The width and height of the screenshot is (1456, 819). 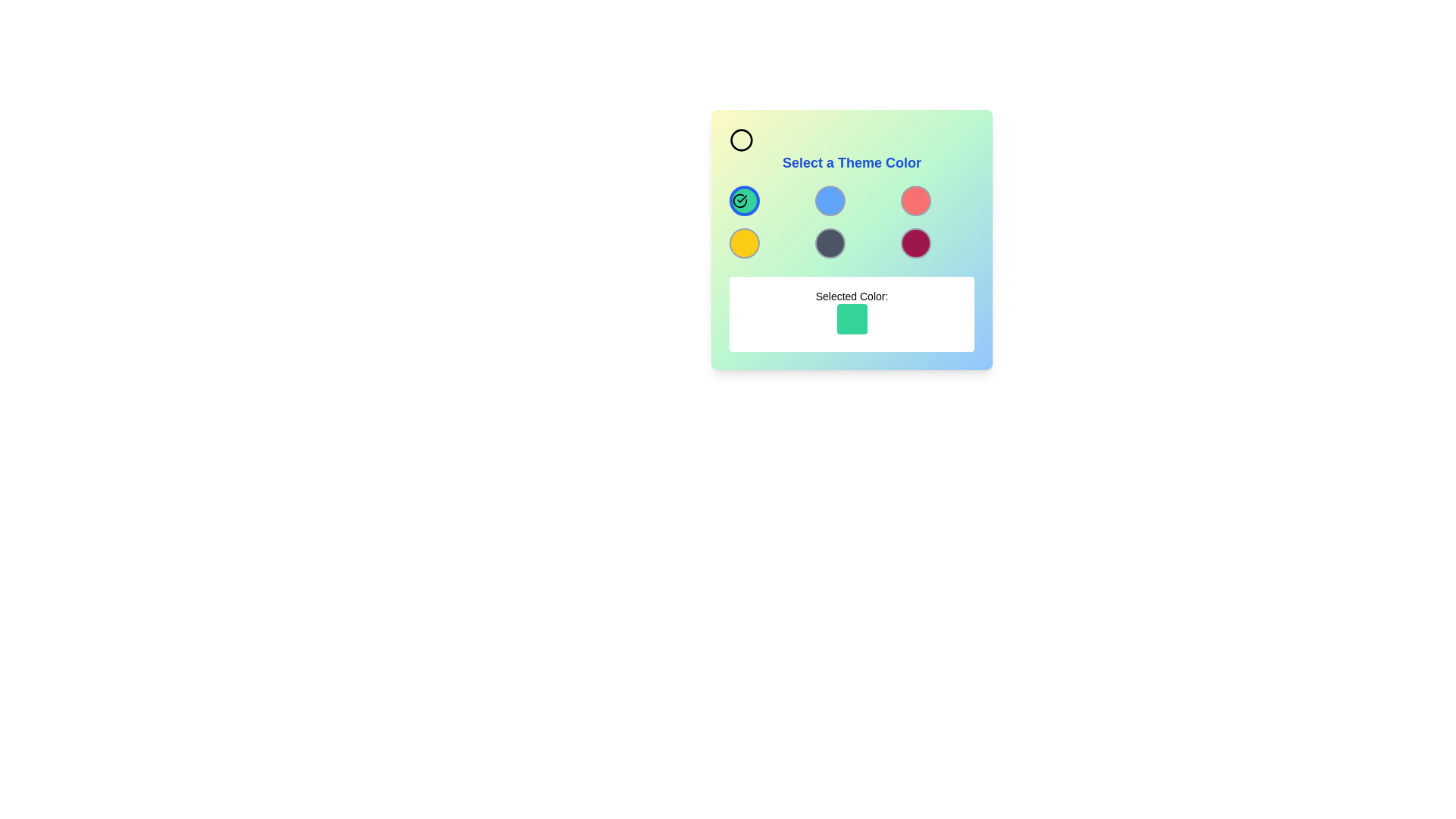 What do you see at coordinates (829, 242) in the screenshot?
I see `the circular button with a dark gray fill and medium gray border located in the second row and second column of a 3x3 grid layout` at bounding box center [829, 242].